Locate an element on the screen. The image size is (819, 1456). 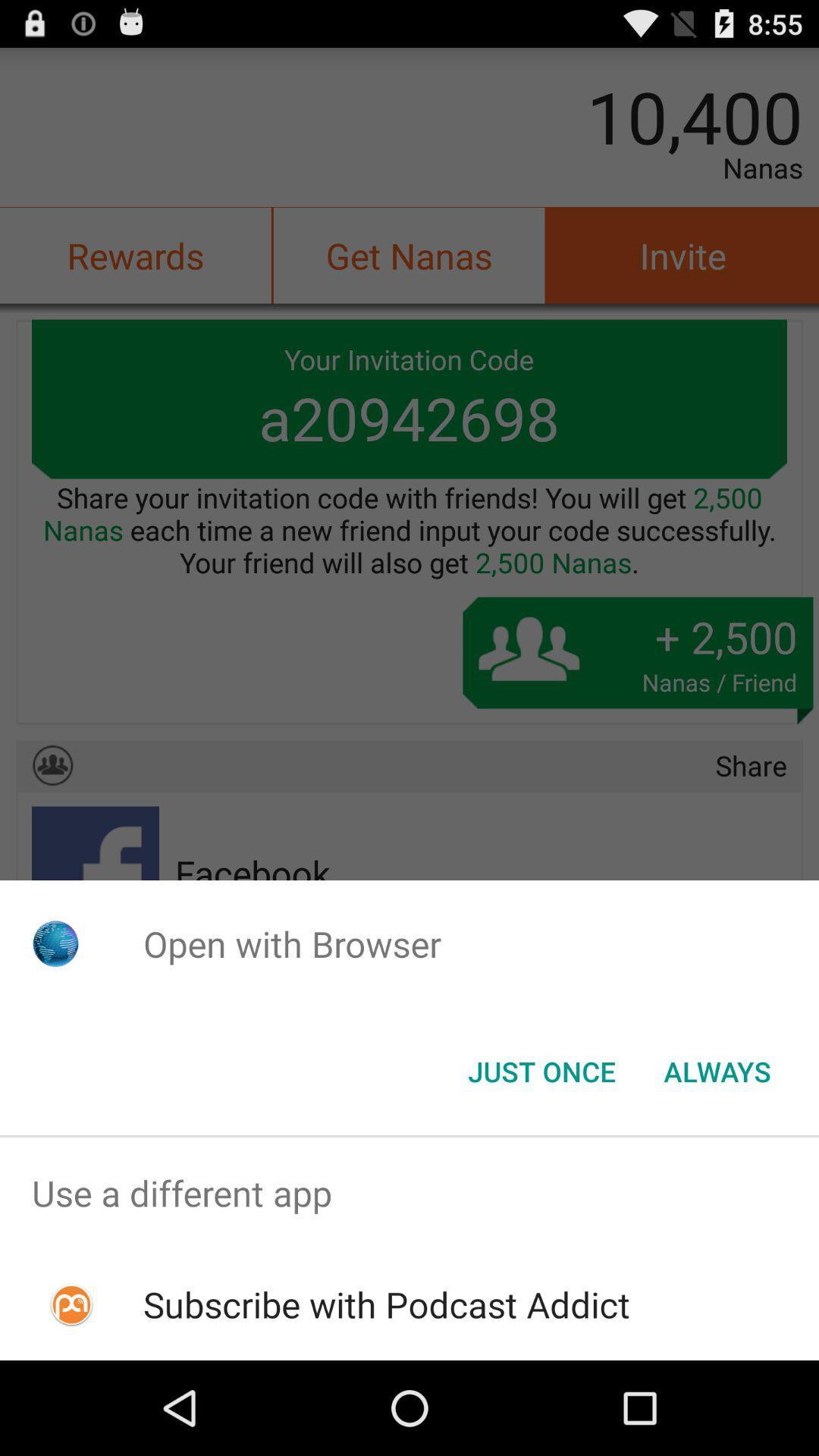
the always icon is located at coordinates (717, 1070).